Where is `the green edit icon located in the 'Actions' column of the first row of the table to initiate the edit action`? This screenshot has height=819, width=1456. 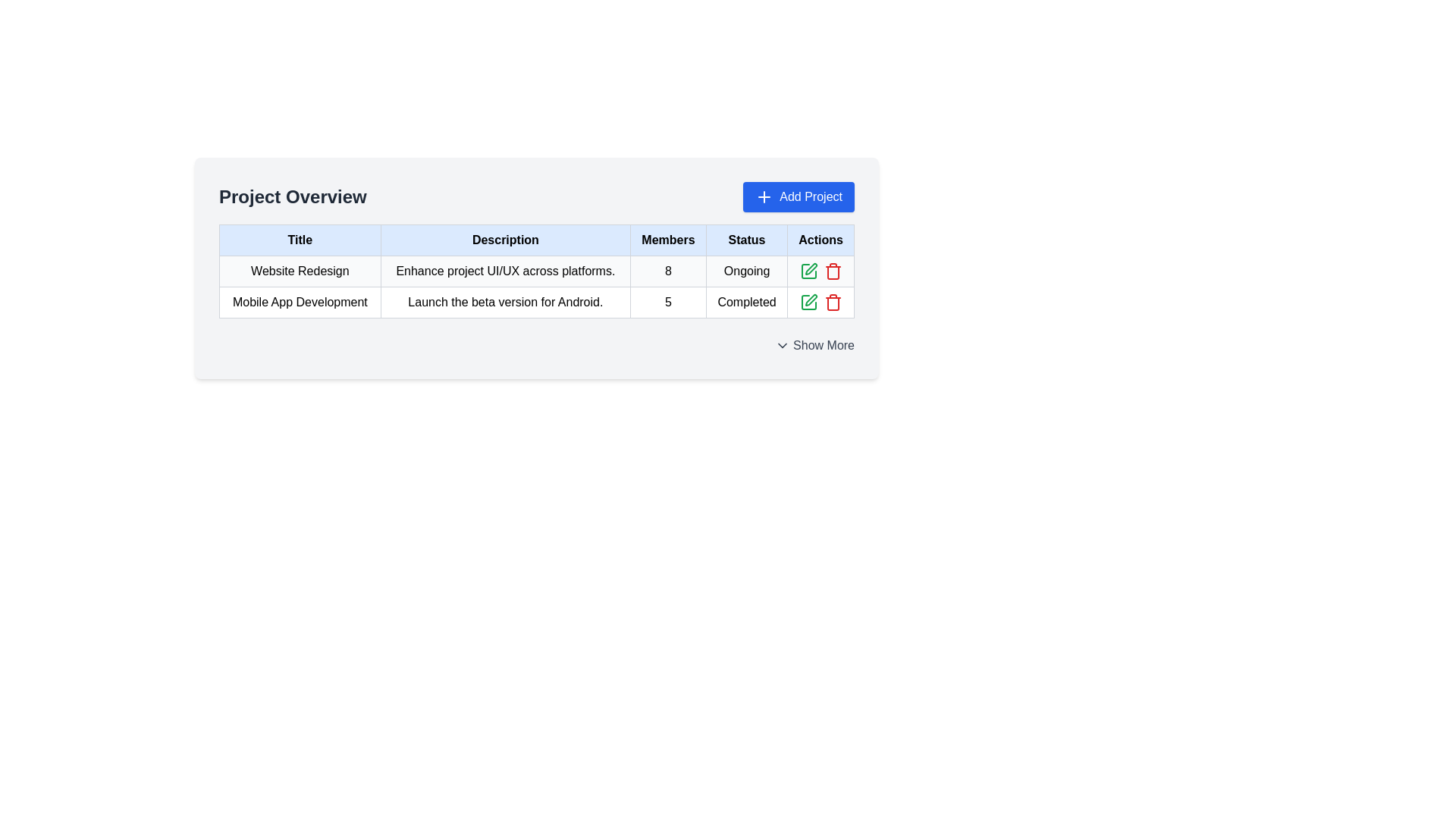
the green edit icon located in the 'Actions' column of the first row of the table to initiate the edit action is located at coordinates (820, 271).